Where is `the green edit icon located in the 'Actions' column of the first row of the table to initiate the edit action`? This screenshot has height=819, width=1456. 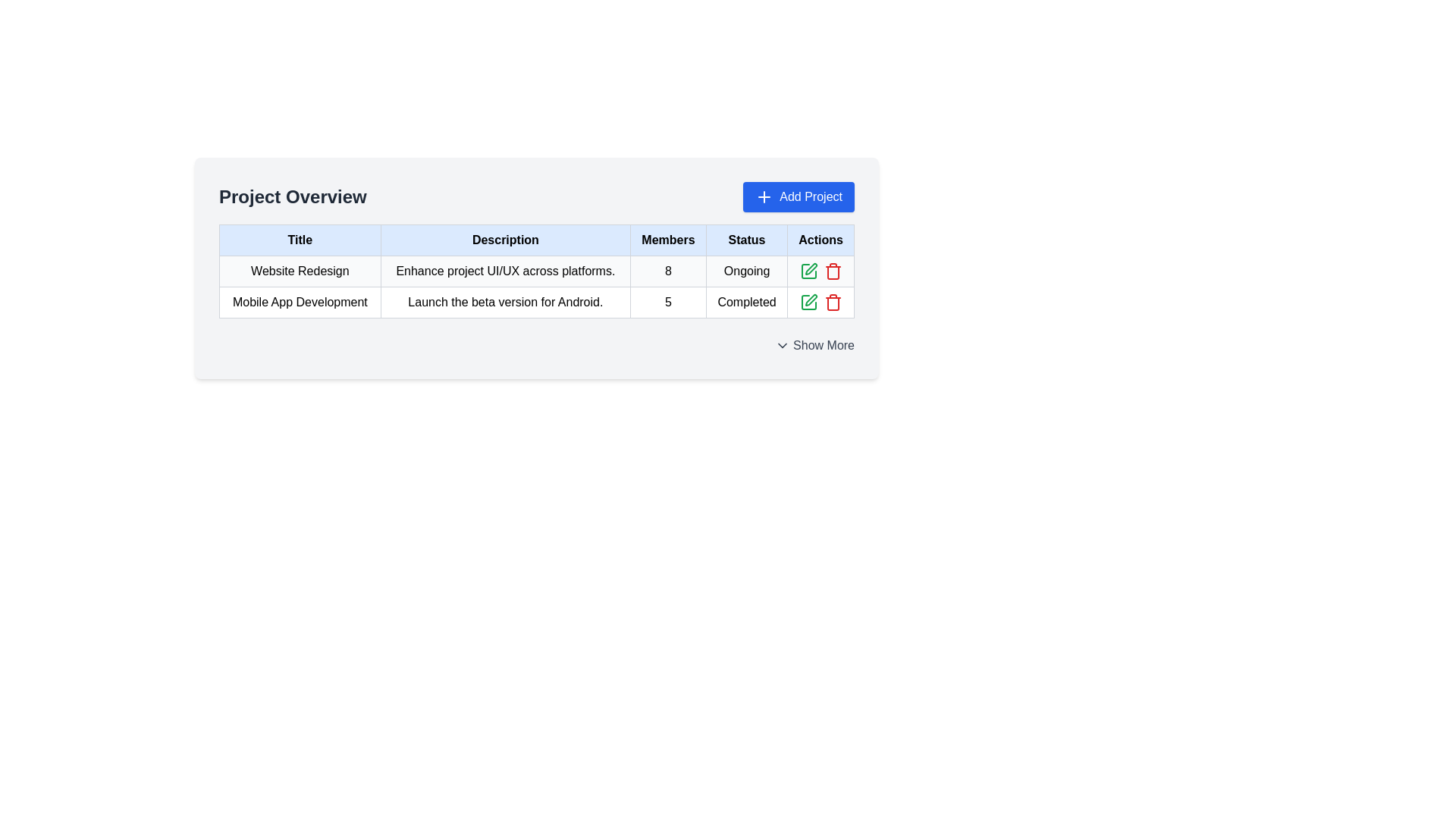
the green edit icon located in the 'Actions' column of the first row of the table to initiate the edit action is located at coordinates (820, 271).